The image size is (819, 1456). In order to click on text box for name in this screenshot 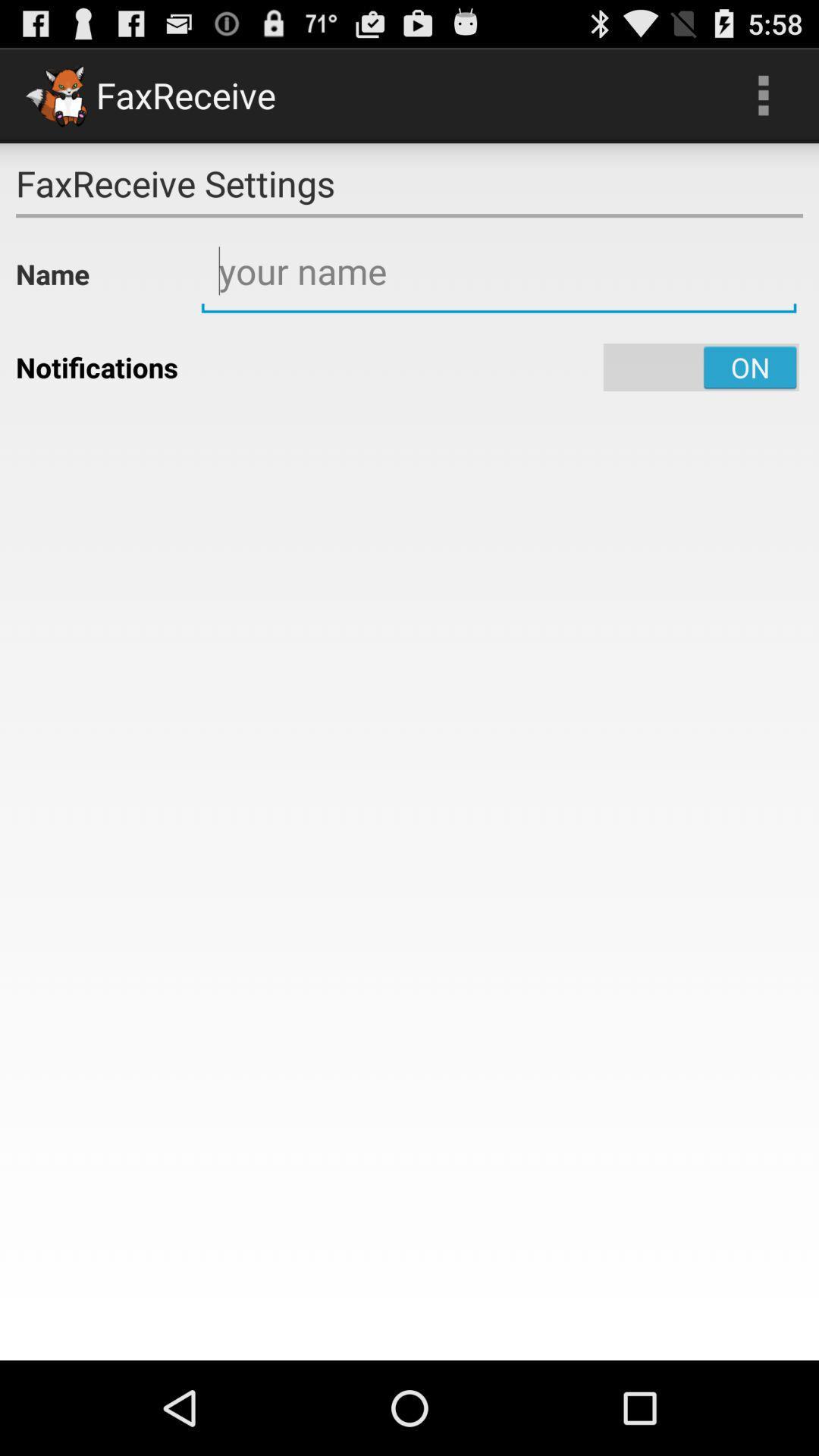, I will do `click(499, 271)`.